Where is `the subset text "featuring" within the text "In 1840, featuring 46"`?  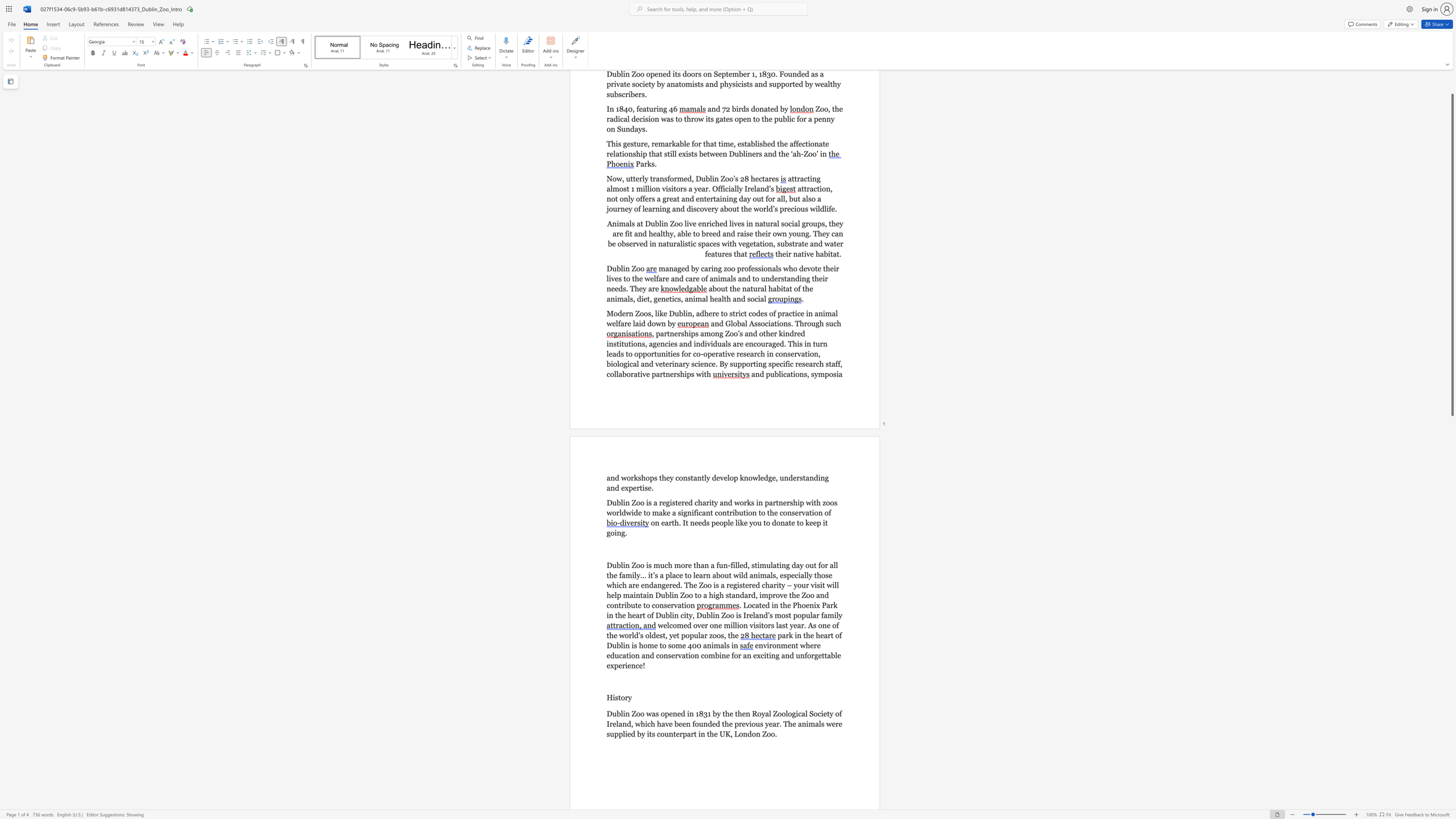 the subset text "featuring" within the text "In 1840, featuring 46" is located at coordinates (636, 109).